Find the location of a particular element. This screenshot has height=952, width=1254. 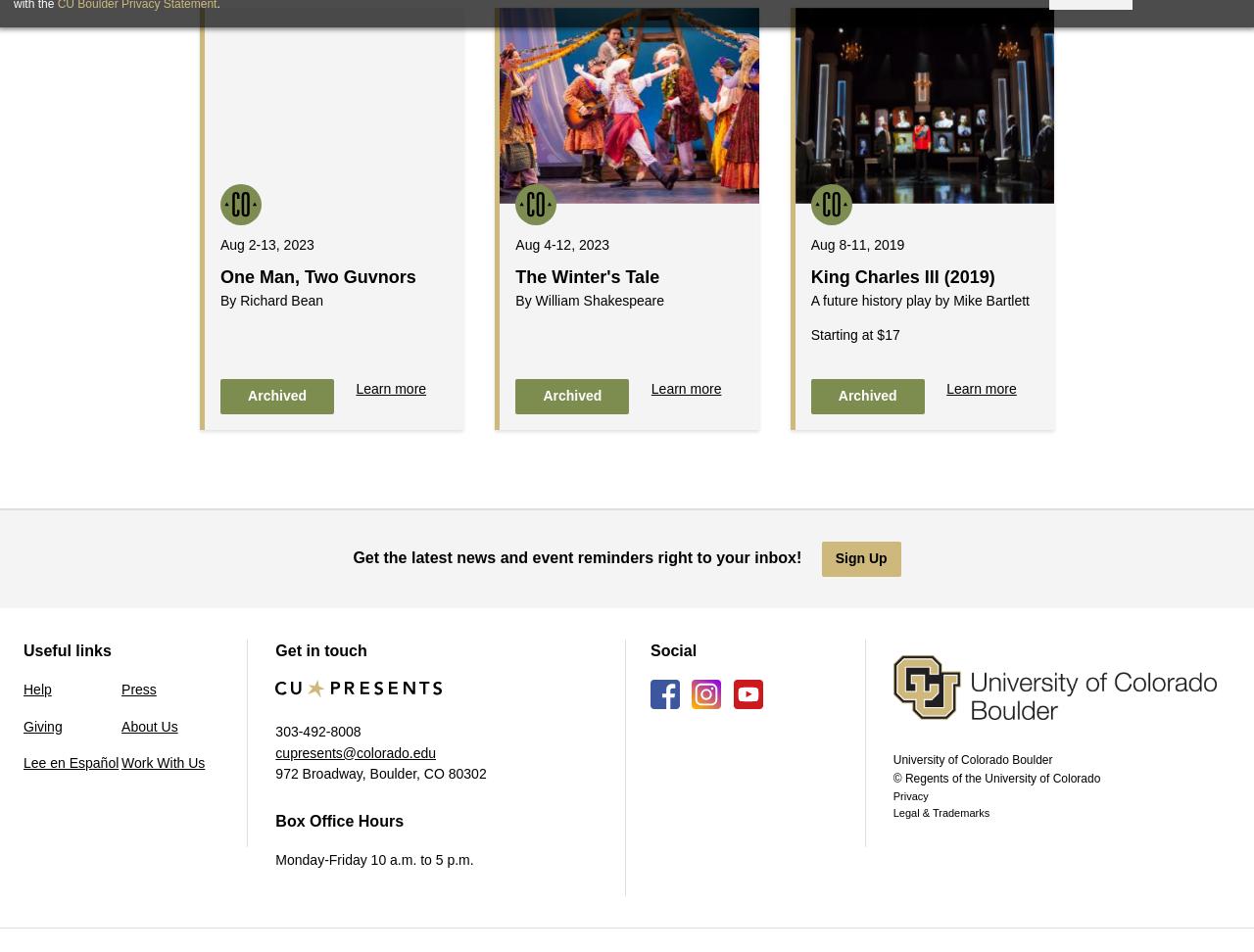

'By William Shakespeare' is located at coordinates (514, 299).